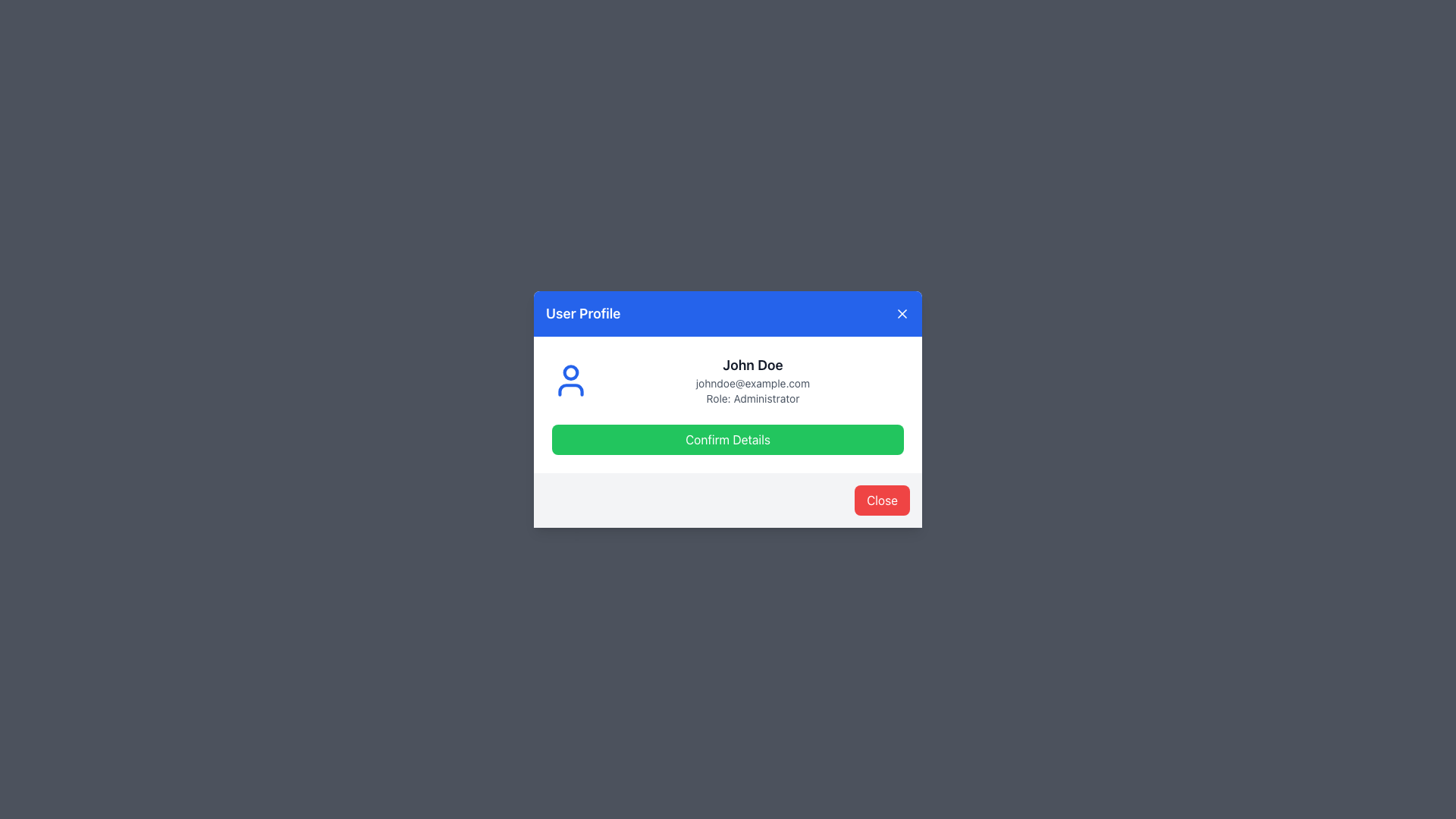 The width and height of the screenshot is (1456, 819). Describe the element at coordinates (582, 312) in the screenshot. I see `the text label that serves as the title for the modal dialog, located in the top-left corner of the blue header section, left of the close button represented by an 'X' icon` at that location.